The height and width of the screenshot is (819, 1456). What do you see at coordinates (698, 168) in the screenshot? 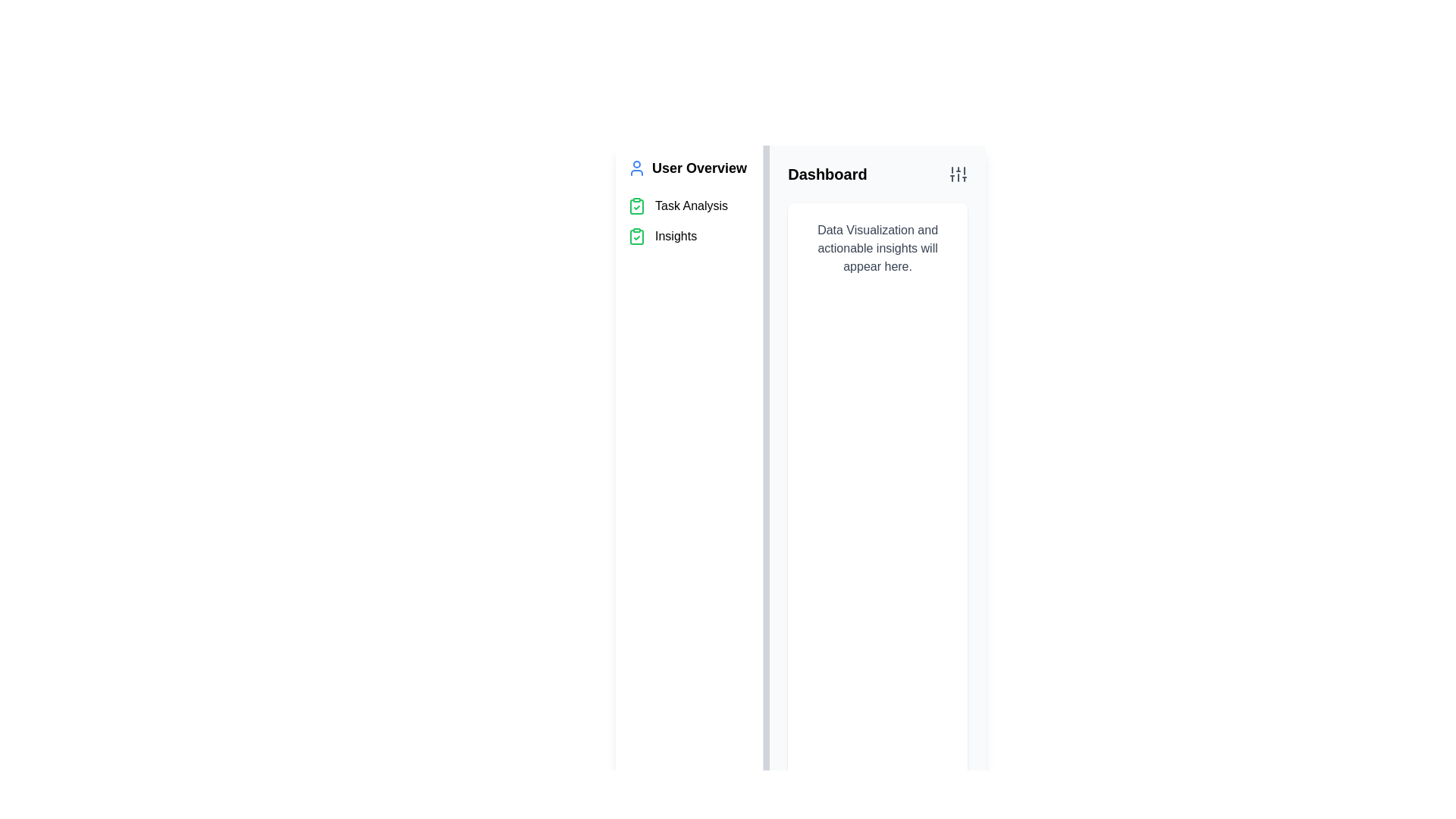
I see `the 'User Overview' text label, which is prominently displayed in a bold font near the top of the sidebar navigation, positioned to the right of the user icon` at bounding box center [698, 168].